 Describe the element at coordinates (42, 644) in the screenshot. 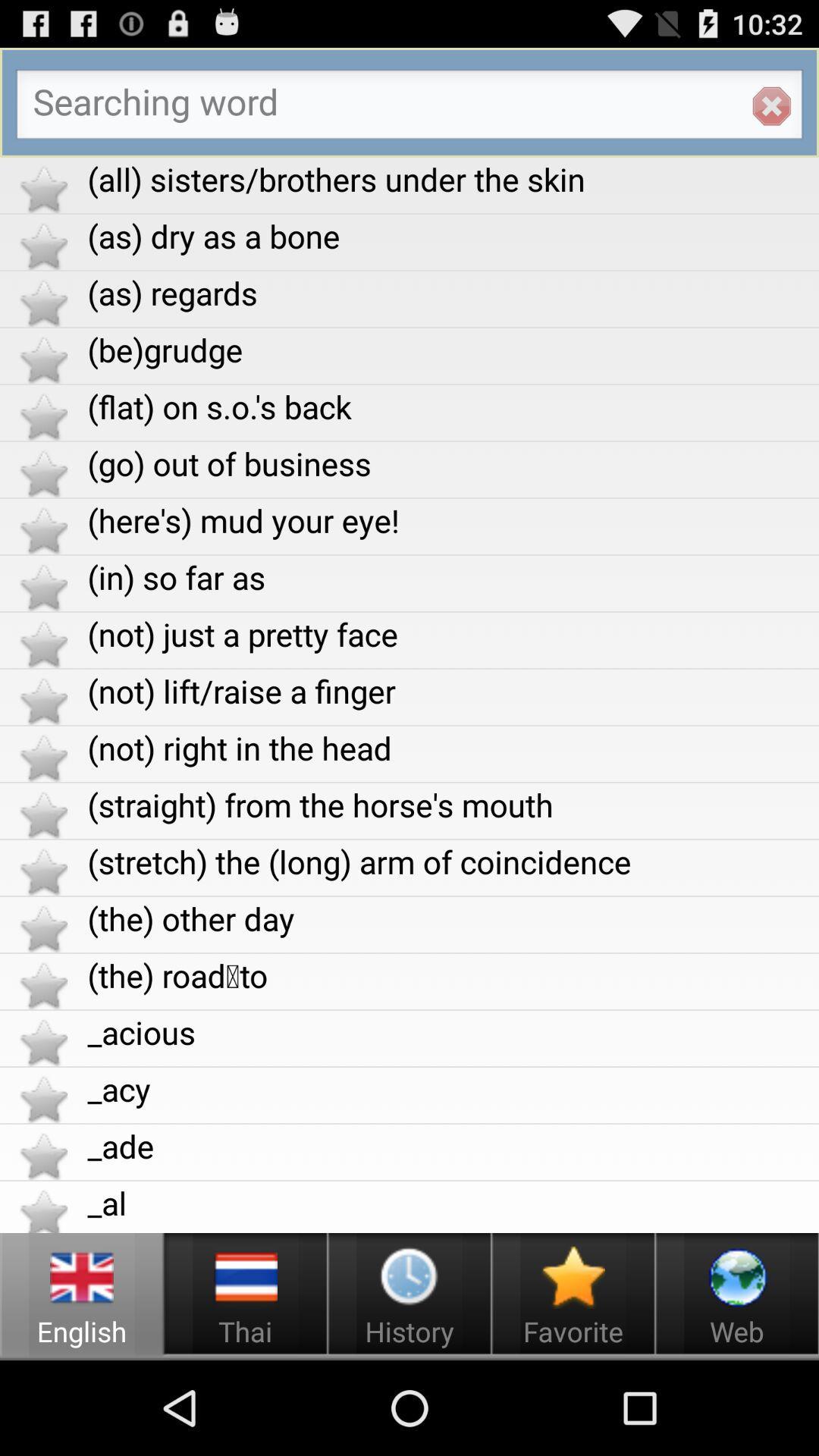

I see `the star icon on left to the text not just a pretty face on the web page` at that location.